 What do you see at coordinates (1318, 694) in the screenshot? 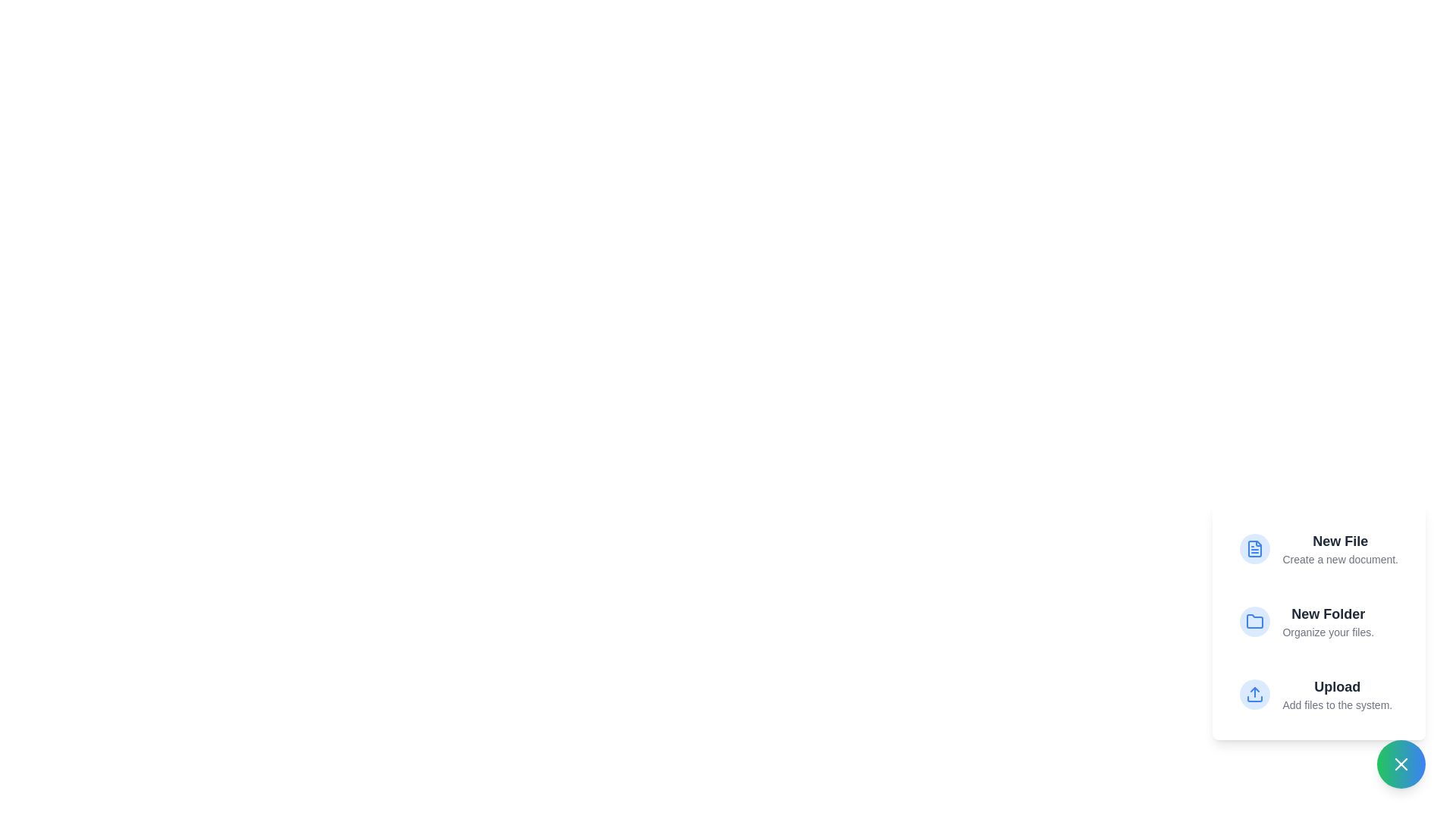
I see `the 'Upload' option to add files to the system` at bounding box center [1318, 694].